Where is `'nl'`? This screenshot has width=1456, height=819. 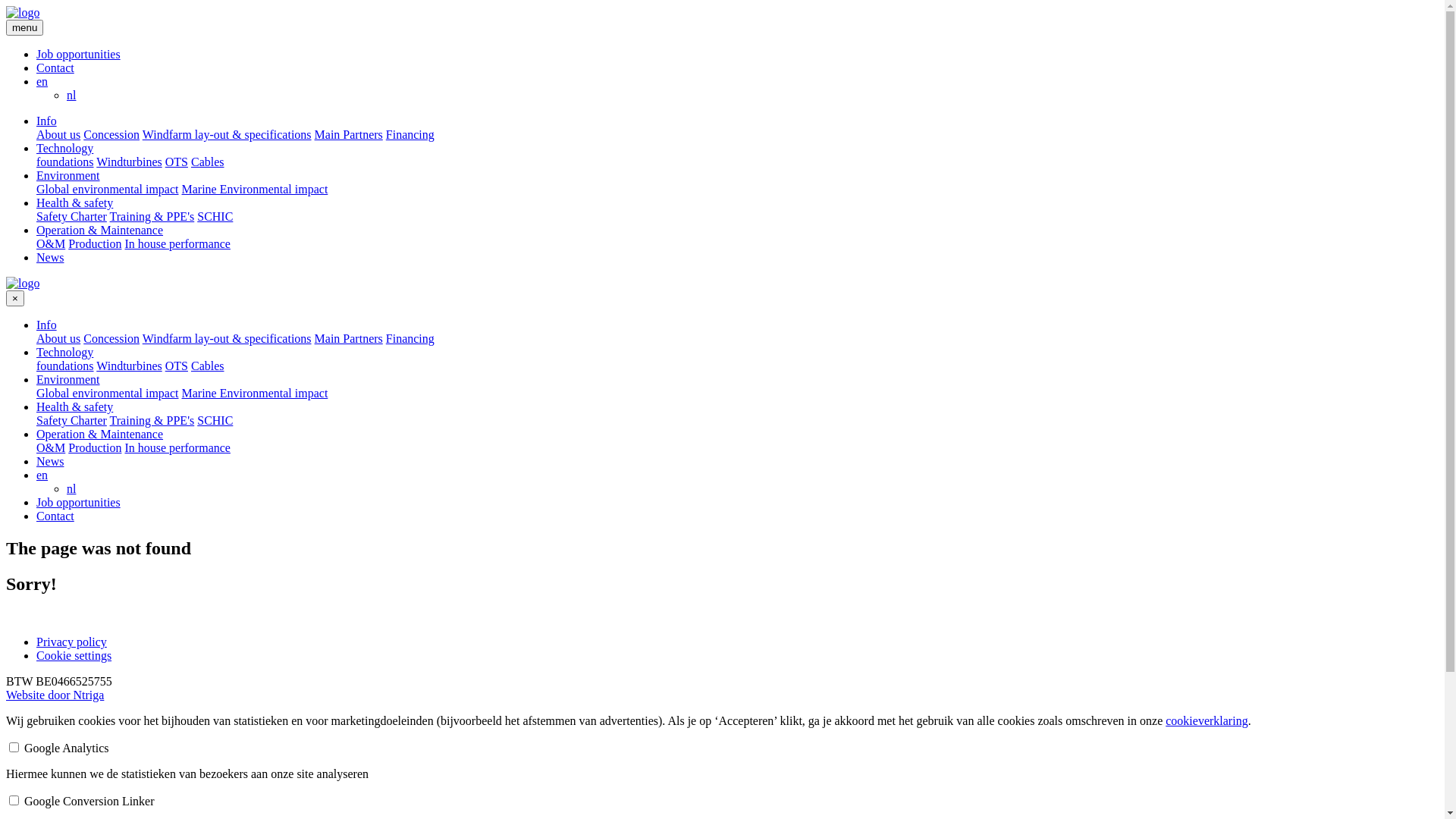 'nl' is located at coordinates (65, 488).